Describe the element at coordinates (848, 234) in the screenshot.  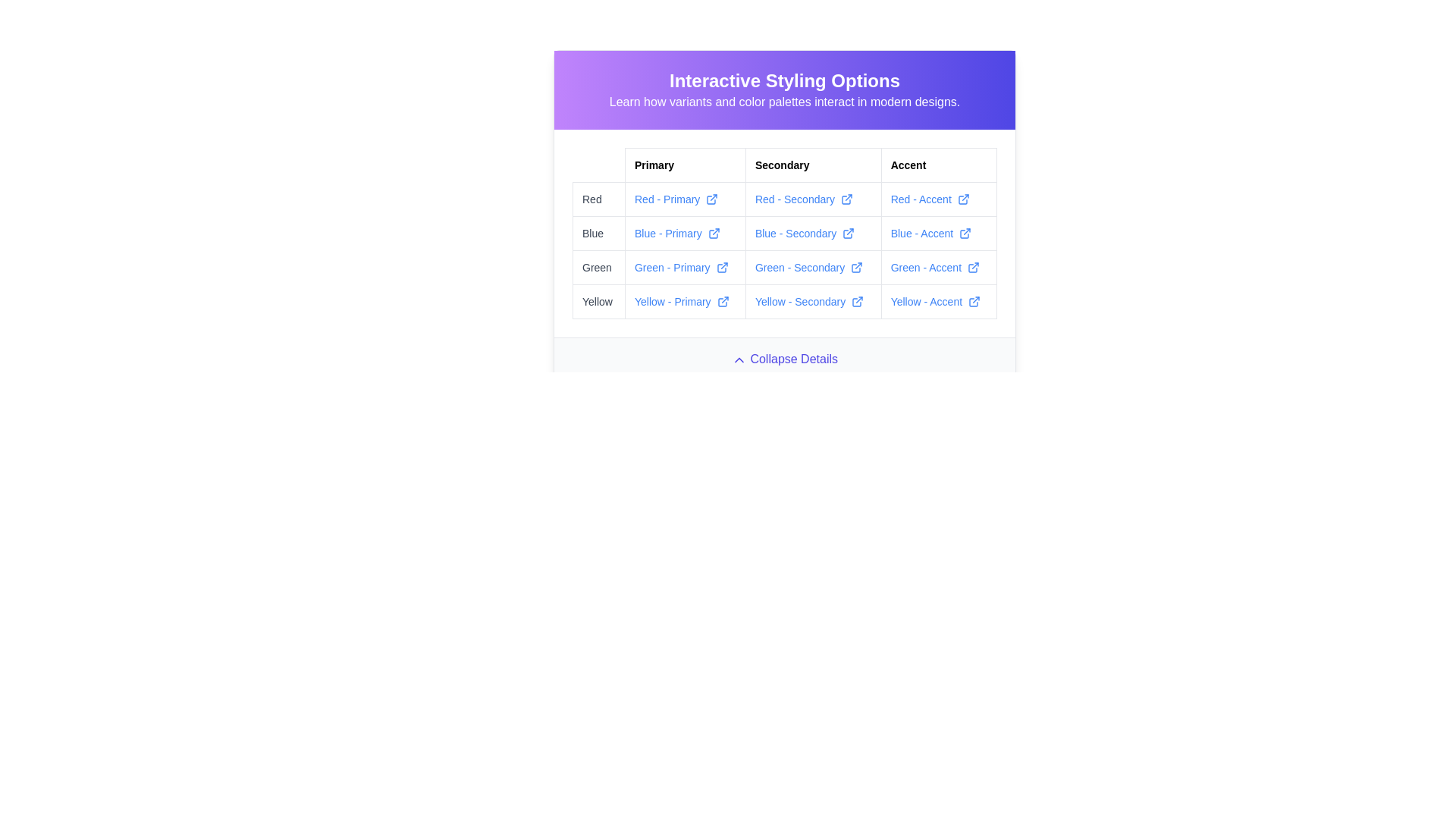
I see `the external link icon located next to the text 'Blue - Secondary' in the 'Secondary' column of the table` at that location.